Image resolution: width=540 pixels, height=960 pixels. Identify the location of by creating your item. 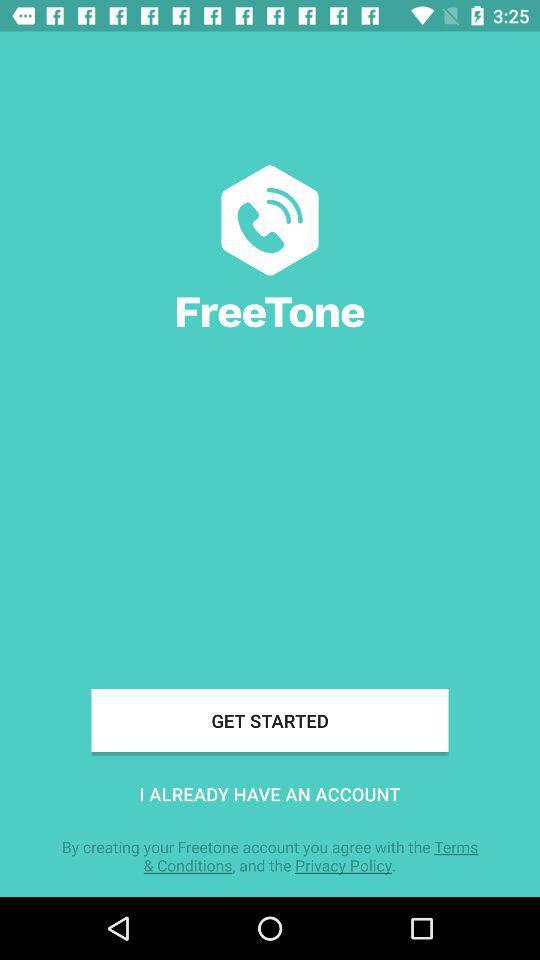
(270, 855).